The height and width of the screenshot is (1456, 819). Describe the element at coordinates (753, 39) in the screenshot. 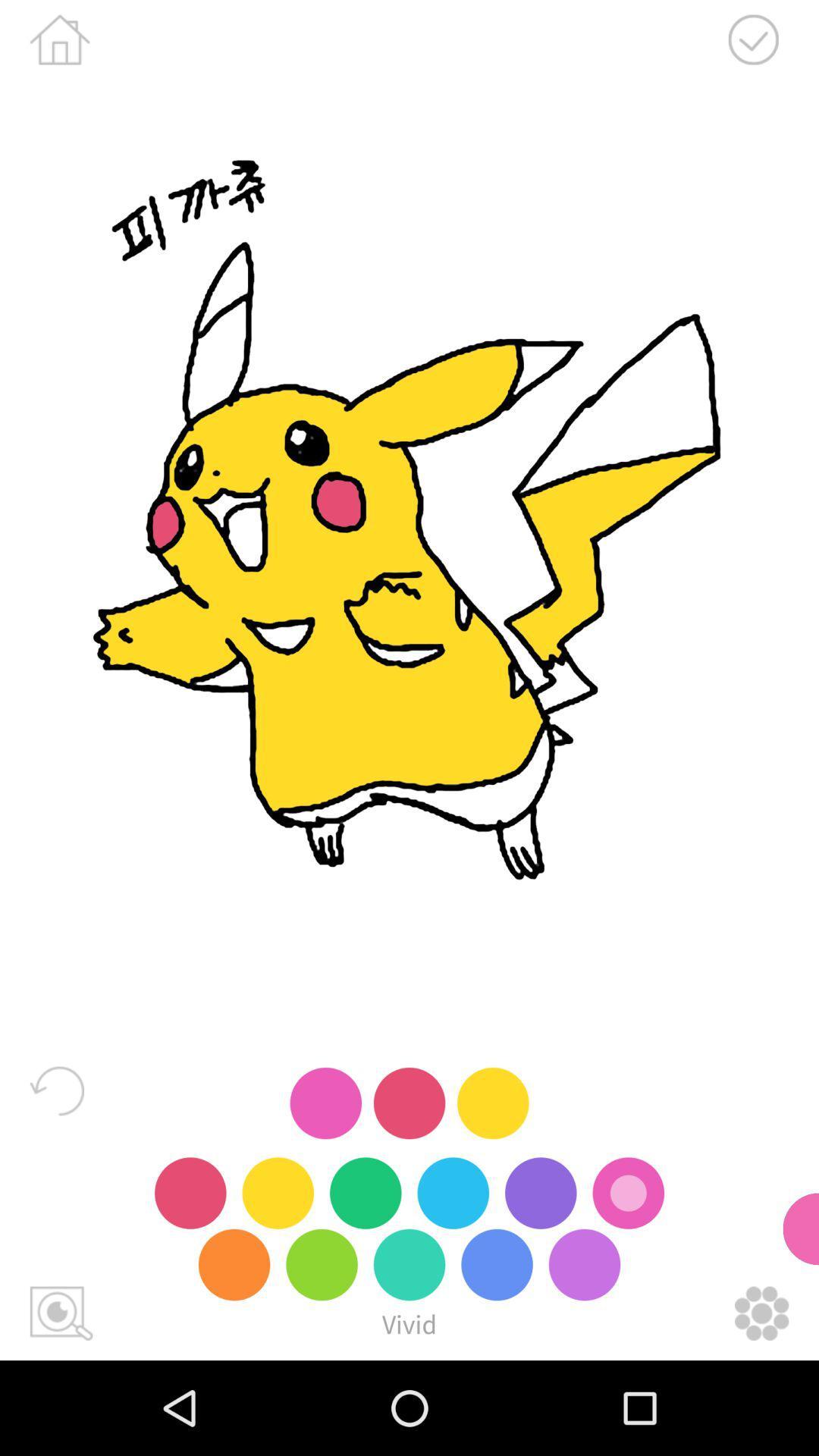

I see `the check icon` at that location.